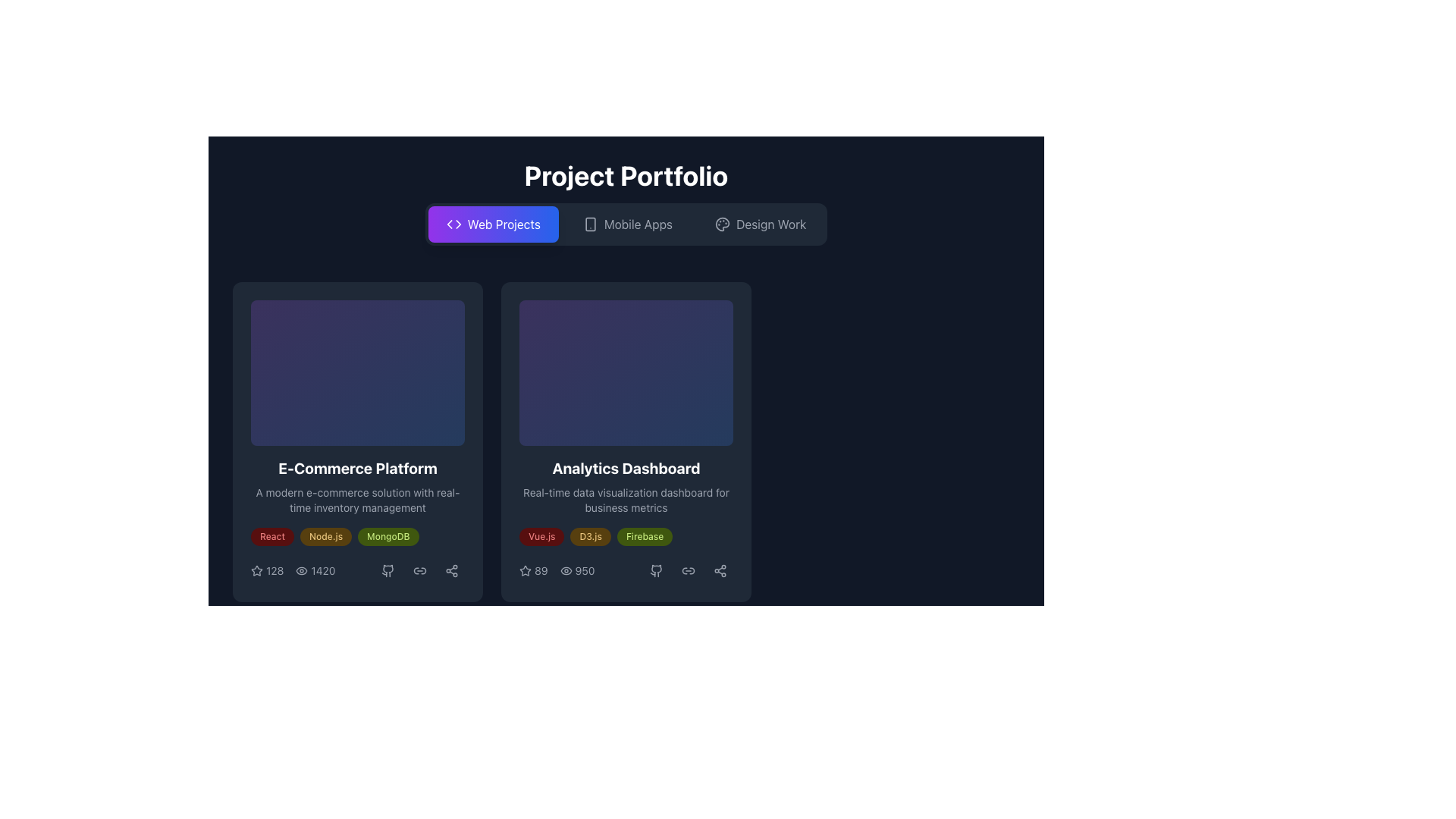 The image size is (1456, 819). Describe the element at coordinates (626, 174) in the screenshot. I see `the static text heading 'Project Portfolio', which is bold, large-sized, and displayed in white color above the navigation menu bar` at that location.